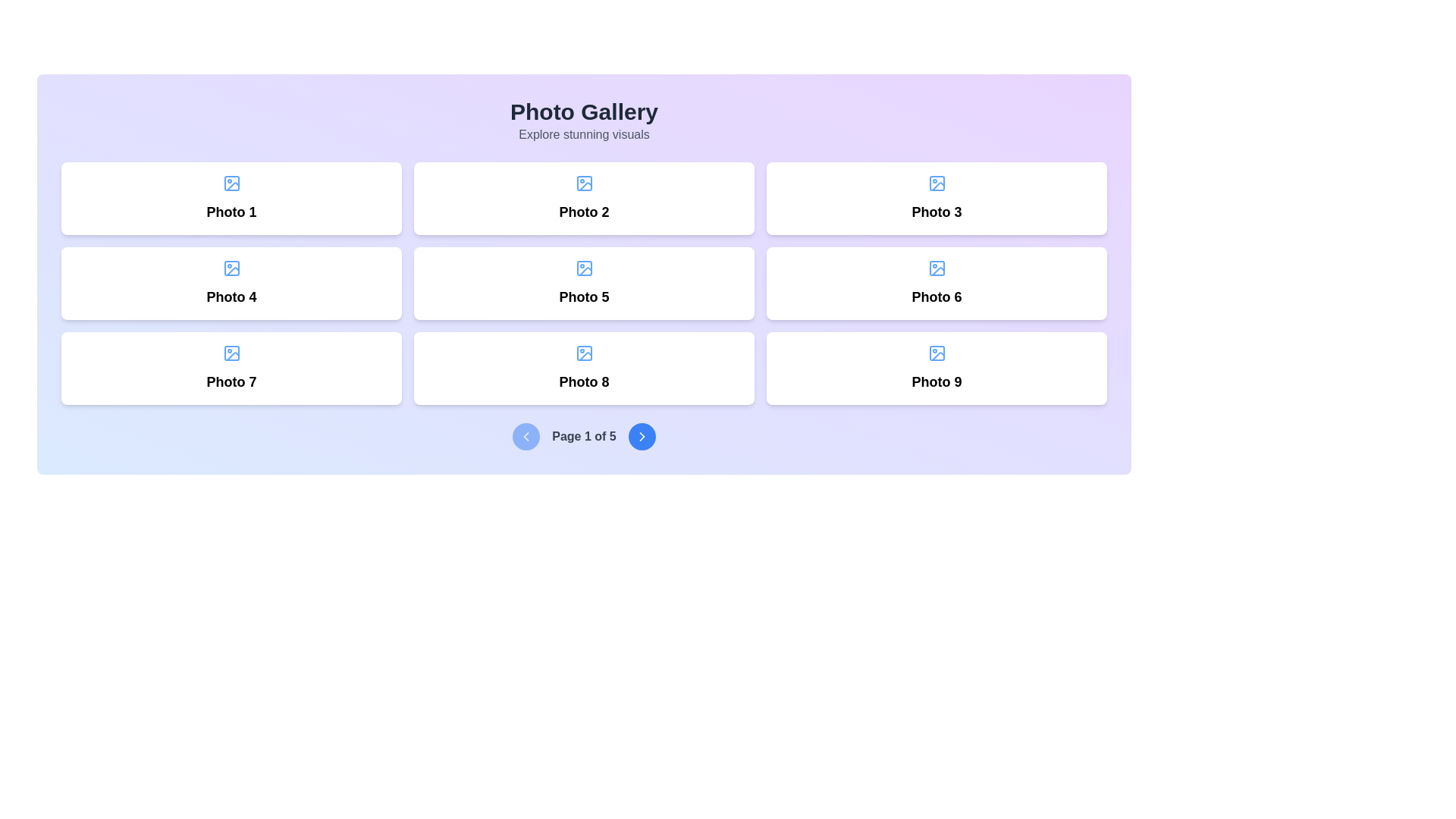 Image resolution: width=1456 pixels, height=819 pixels. What do you see at coordinates (583, 183) in the screenshot?
I see `the small rectangle with slightly rounded corners within the blue-themed icon of the Photo 2 card located in the top-left corner of the card` at bounding box center [583, 183].